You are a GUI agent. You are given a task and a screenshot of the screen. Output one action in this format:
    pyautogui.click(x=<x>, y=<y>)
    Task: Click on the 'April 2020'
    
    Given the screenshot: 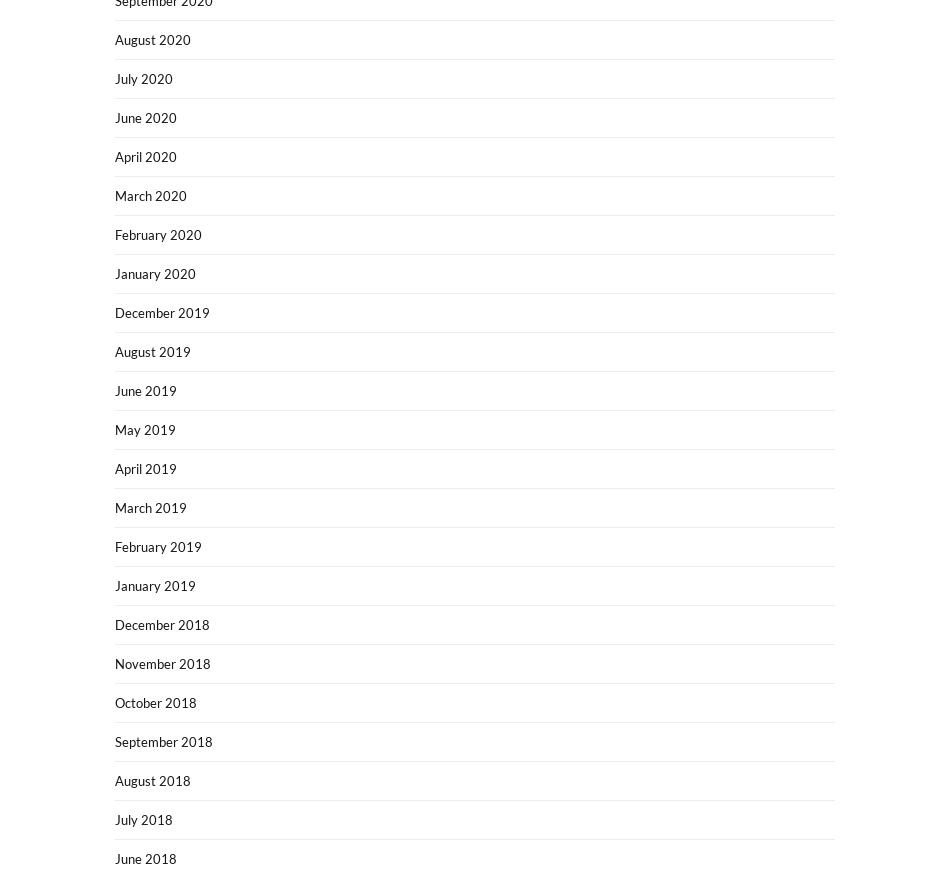 What is the action you would take?
    pyautogui.click(x=146, y=155)
    